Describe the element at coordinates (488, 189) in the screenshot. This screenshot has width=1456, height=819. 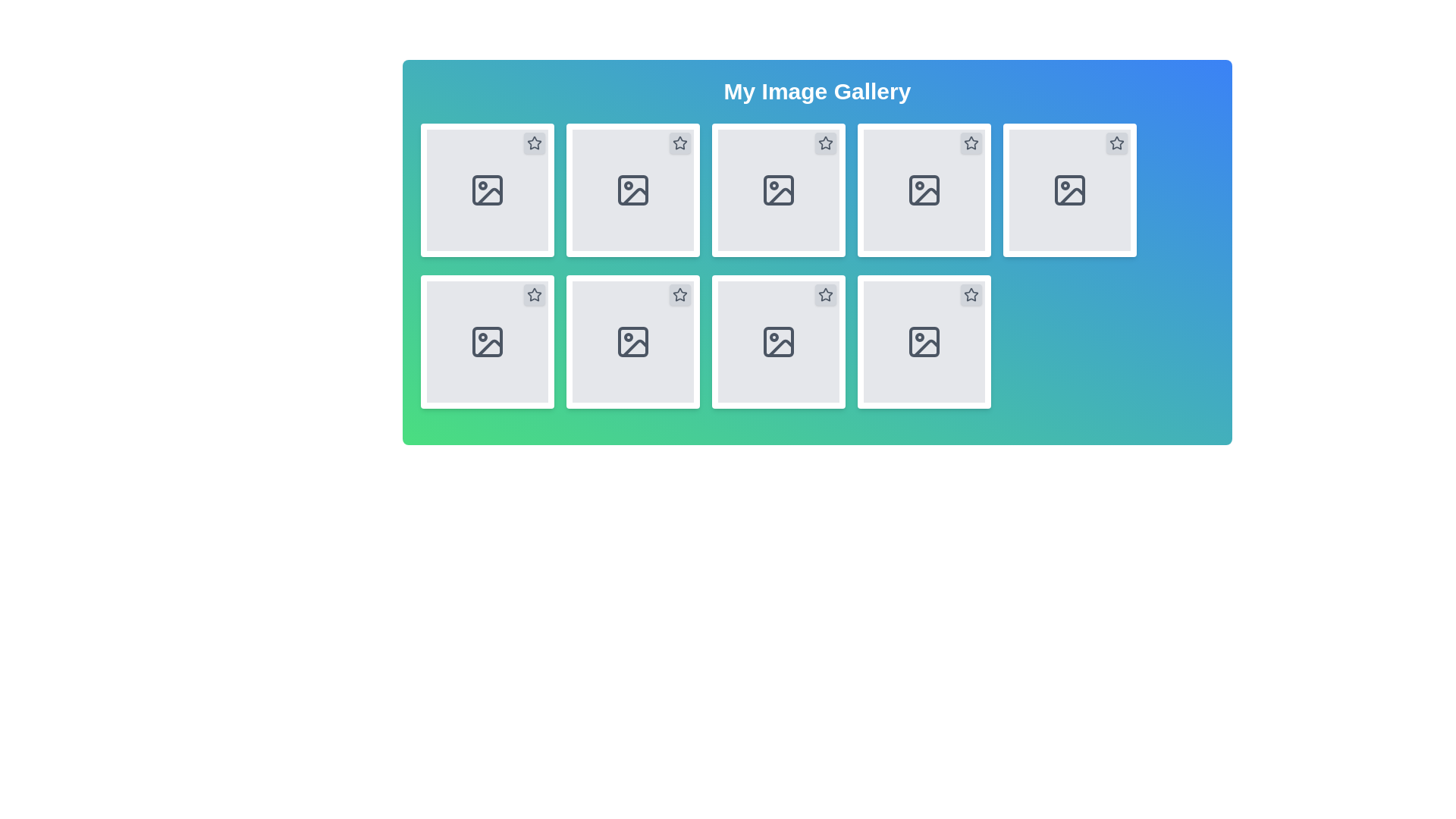
I see `the decorative rectangle with rounded corners located in the upper-left corner of the grid item component, which is styled in a dark shade and is part of an SVG element` at that location.